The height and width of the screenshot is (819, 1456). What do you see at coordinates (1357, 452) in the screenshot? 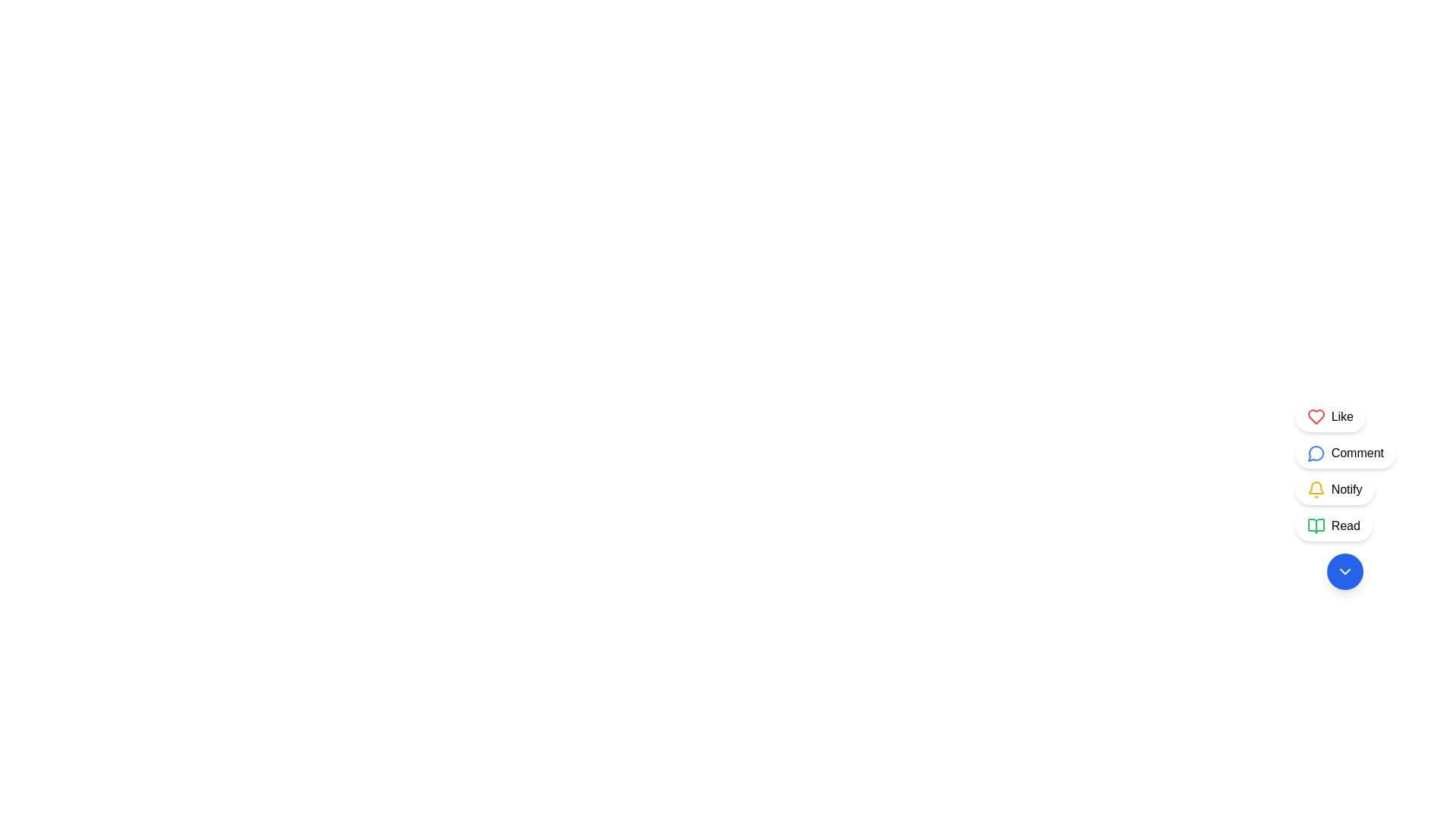
I see `the 'Comment' button, which is displayed in bold black text on a white rounded rectangular background with a blue speech bubble icon to its left, located as the second option in a vertical list on the right side of the interface` at bounding box center [1357, 452].